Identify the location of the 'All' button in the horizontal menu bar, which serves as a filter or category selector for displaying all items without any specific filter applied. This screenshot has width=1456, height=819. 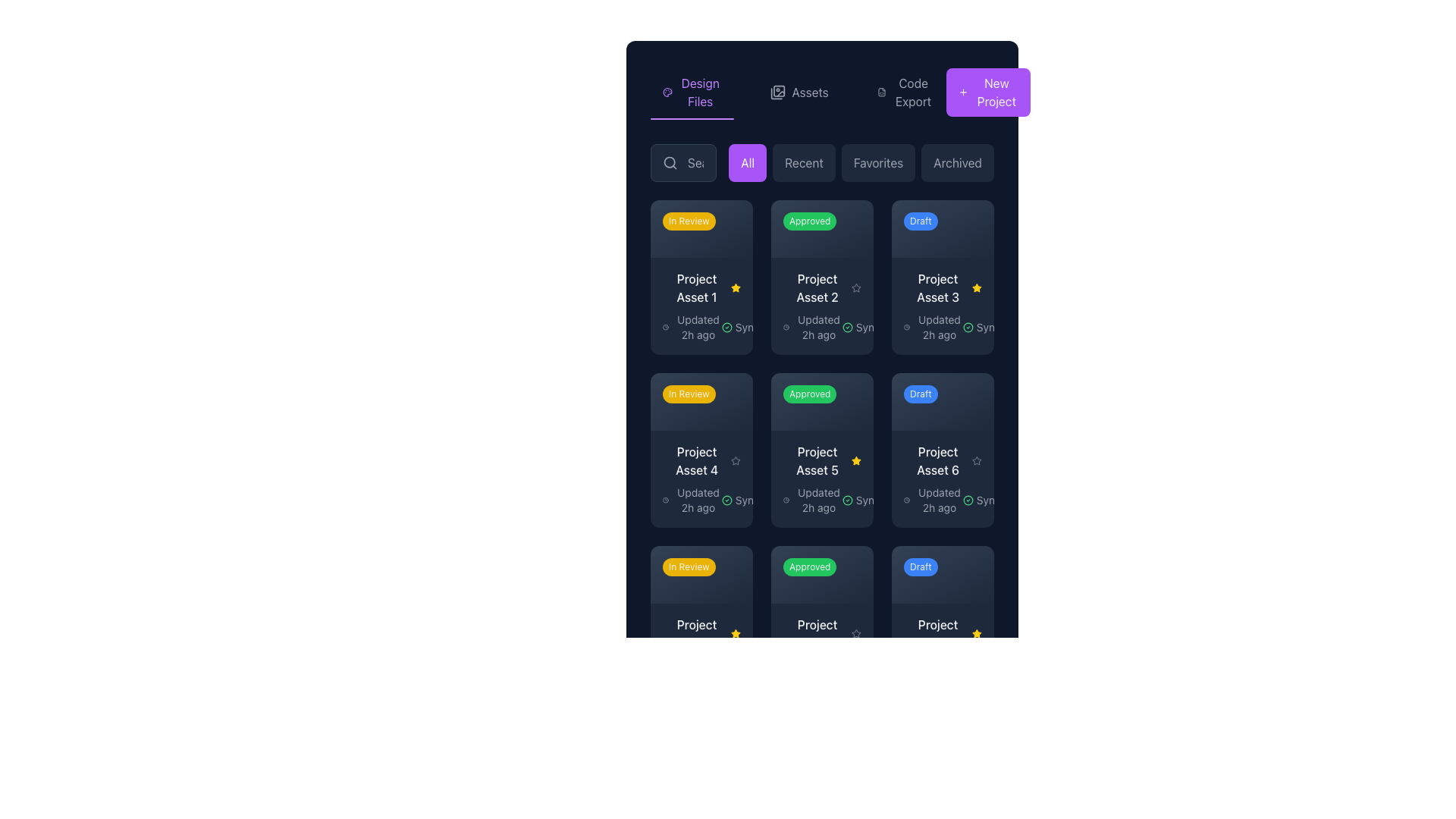
(748, 163).